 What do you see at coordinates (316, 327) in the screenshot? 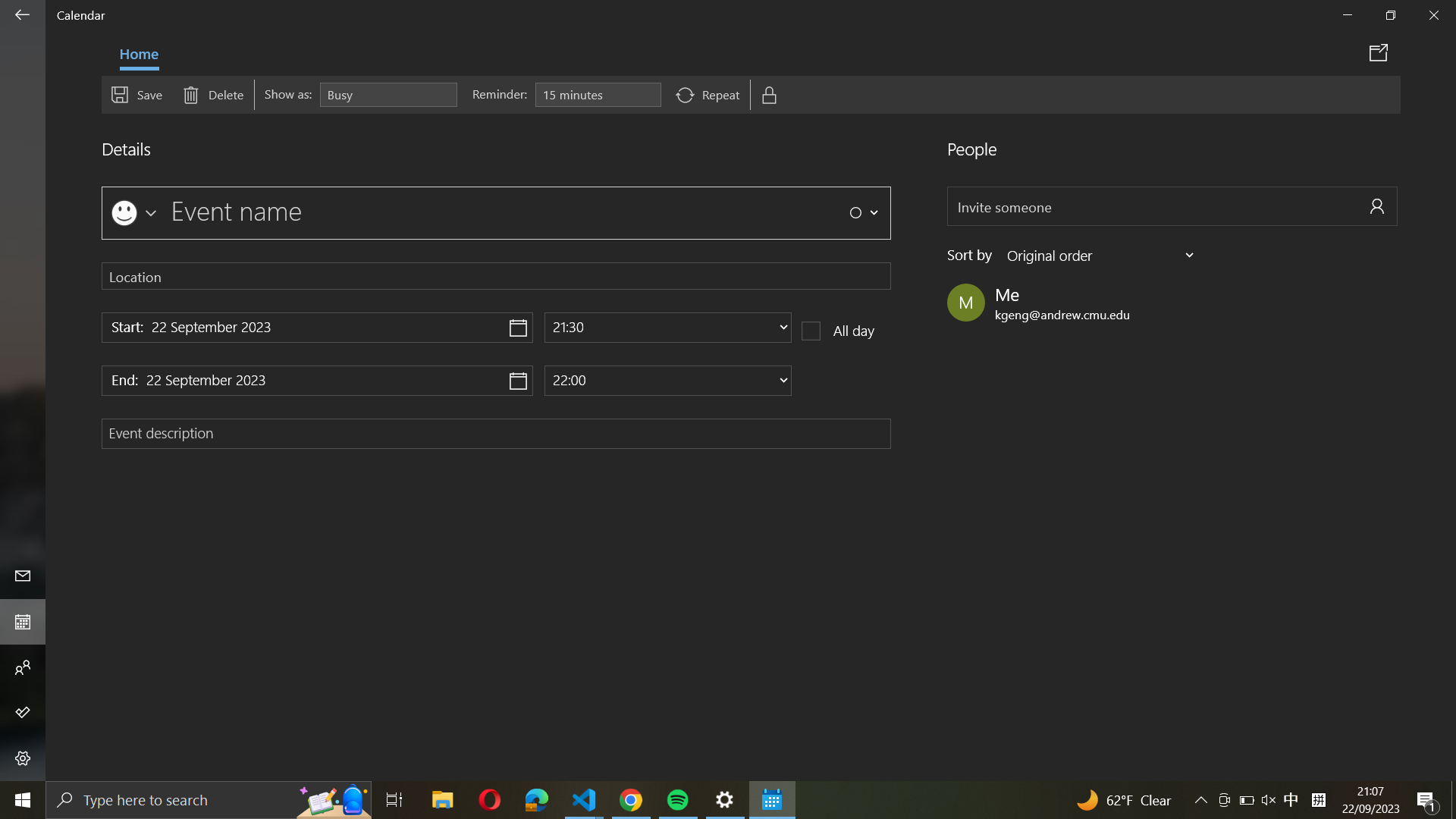
I see `Establish "31 December 2021" as the commencement date` at bounding box center [316, 327].